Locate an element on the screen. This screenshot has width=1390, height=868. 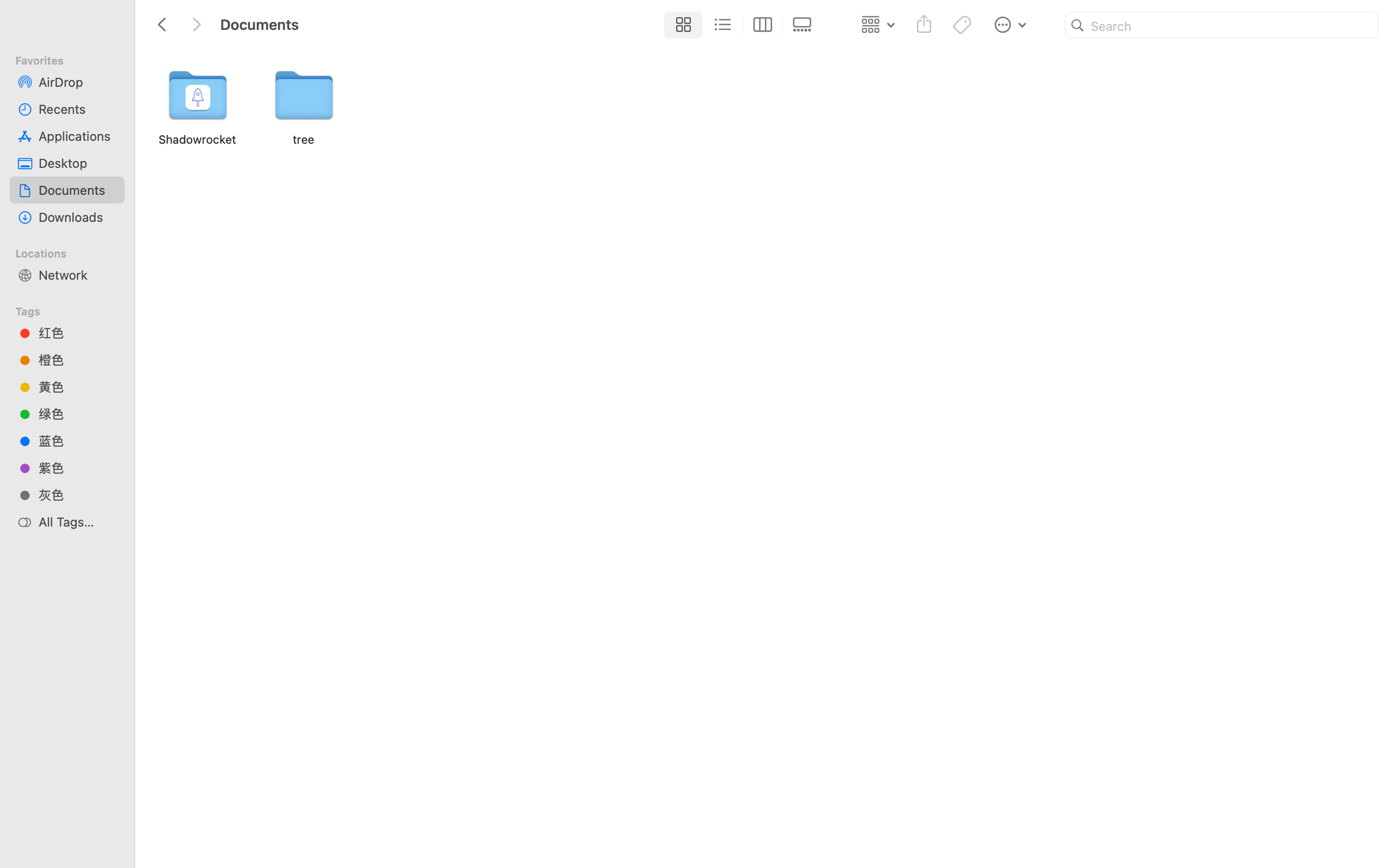
'Network' is located at coordinates (77, 274).